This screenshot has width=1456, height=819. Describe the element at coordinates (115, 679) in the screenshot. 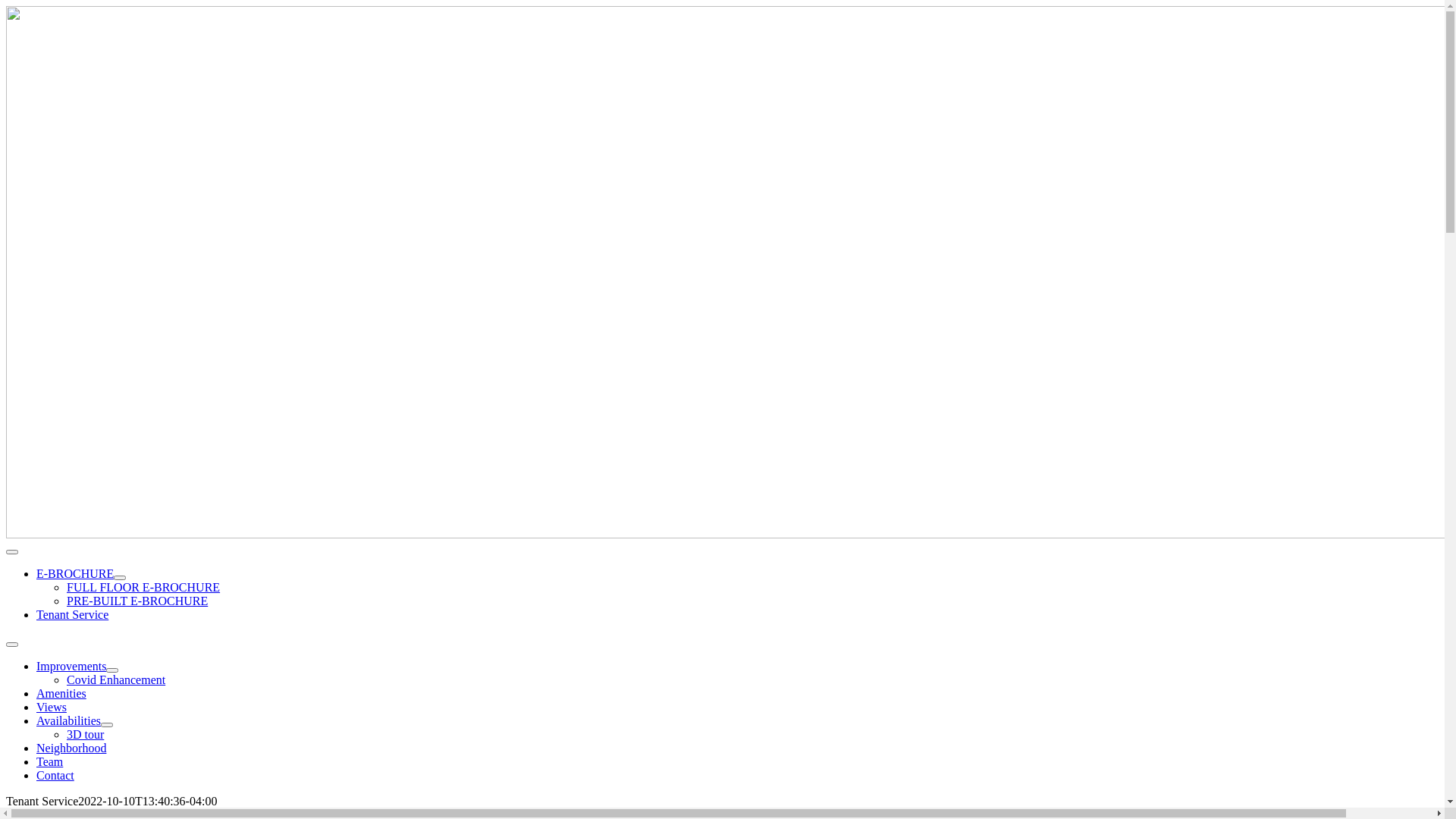

I see `'Covid Enhancement'` at that location.